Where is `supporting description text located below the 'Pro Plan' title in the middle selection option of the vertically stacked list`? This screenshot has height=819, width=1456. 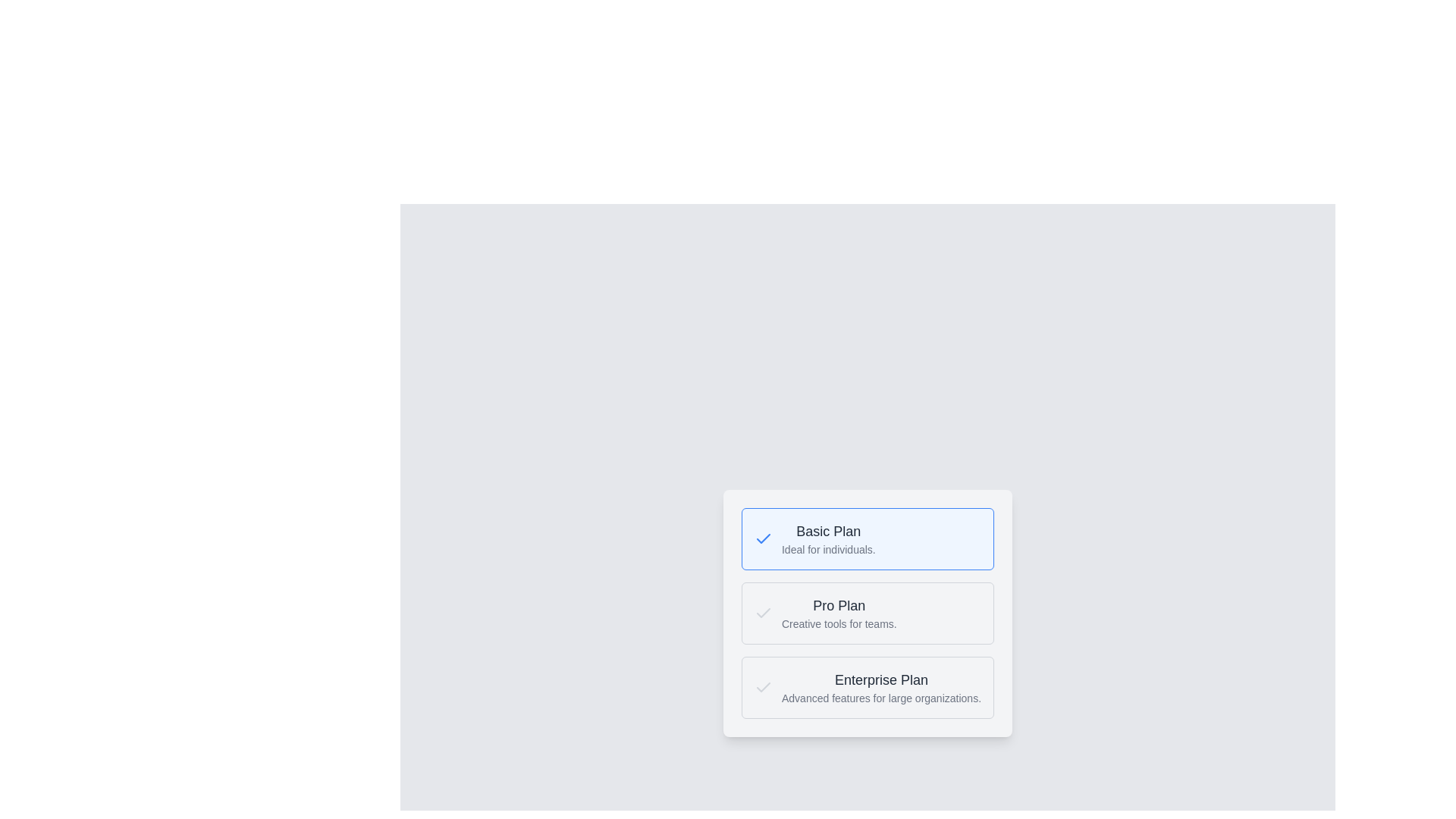 supporting description text located below the 'Pro Plan' title in the middle selection option of the vertically stacked list is located at coordinates (838, 623).